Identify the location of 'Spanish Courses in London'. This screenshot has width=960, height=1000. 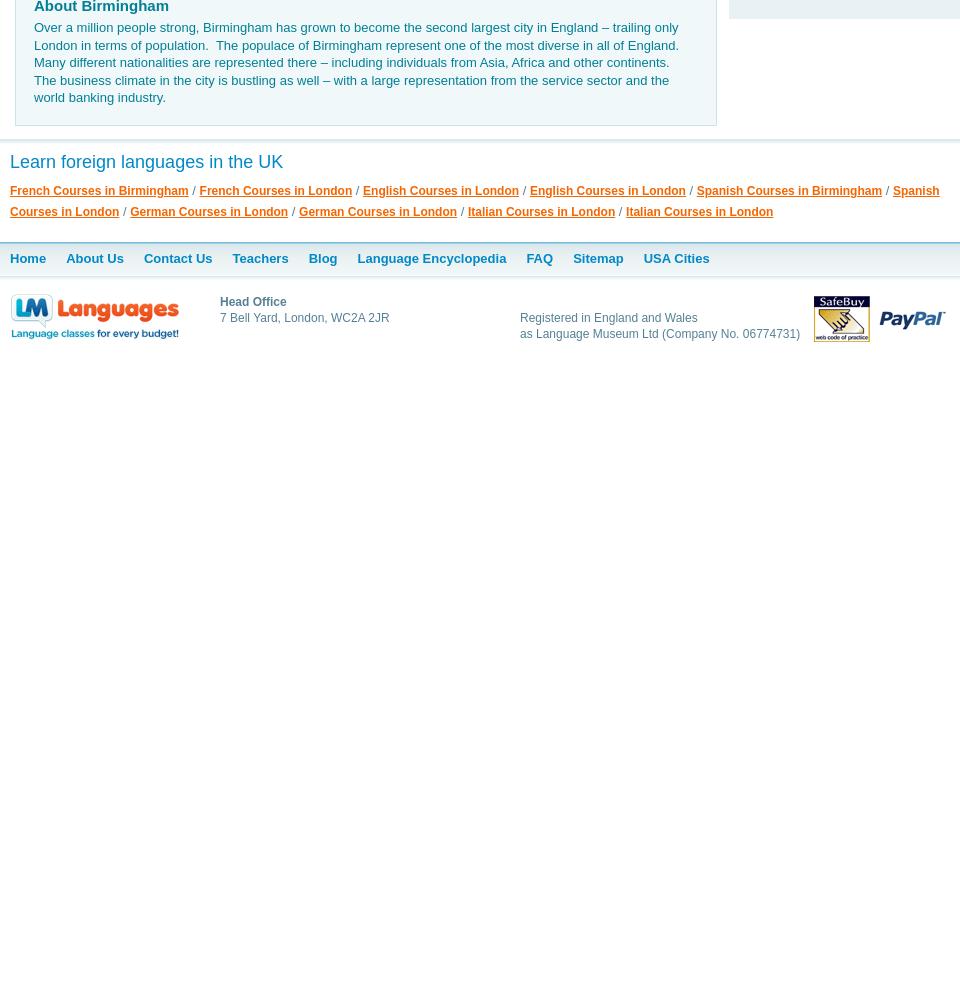
(474, 199).